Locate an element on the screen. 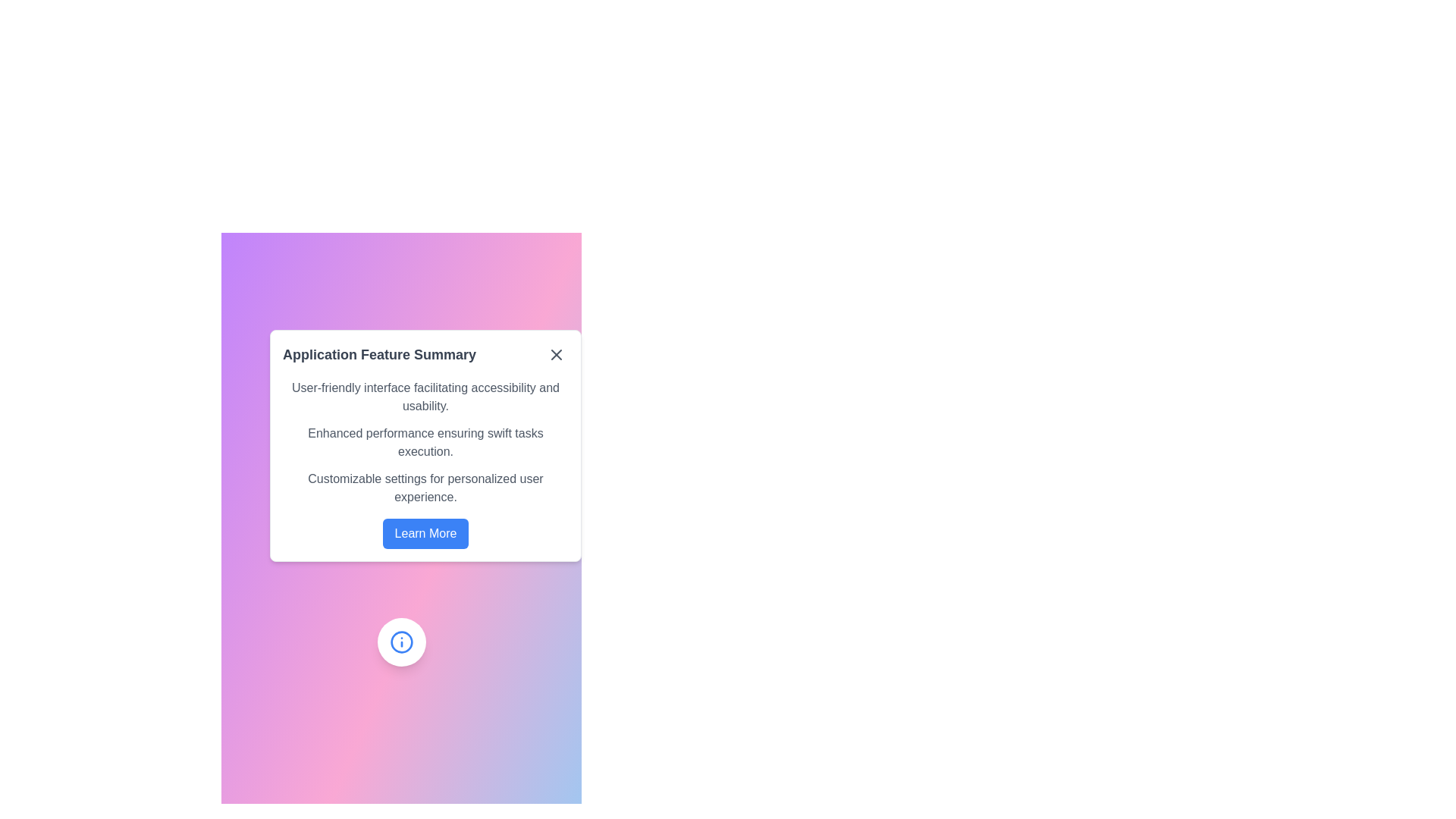  the static text display that provides descriptive information about the application's performance enhancements, located at the center of the application card is located at coordinates (425, 442).